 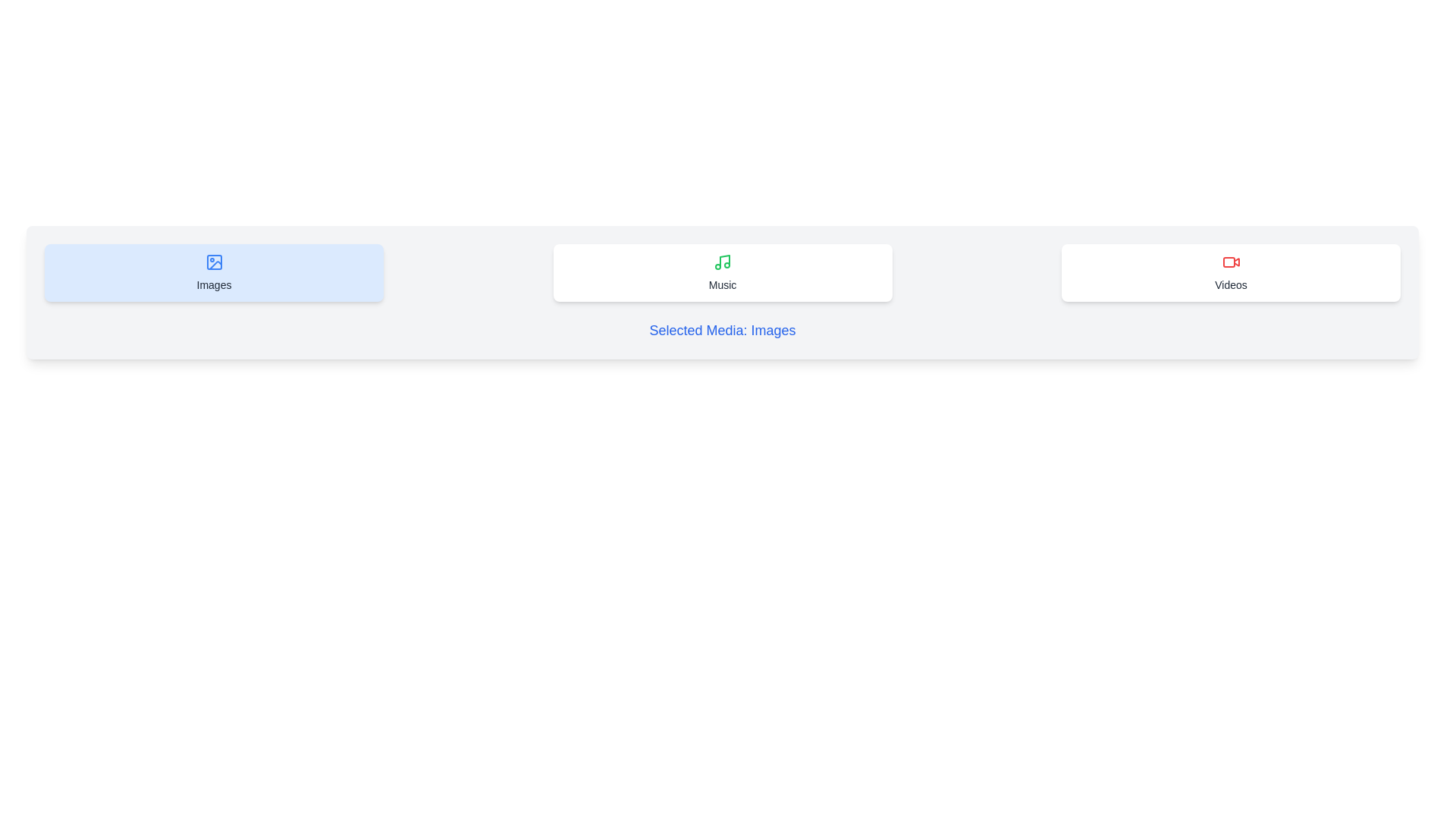 I want to click on the Videos button to observe its hover effect, so click(x=1231, y=271).